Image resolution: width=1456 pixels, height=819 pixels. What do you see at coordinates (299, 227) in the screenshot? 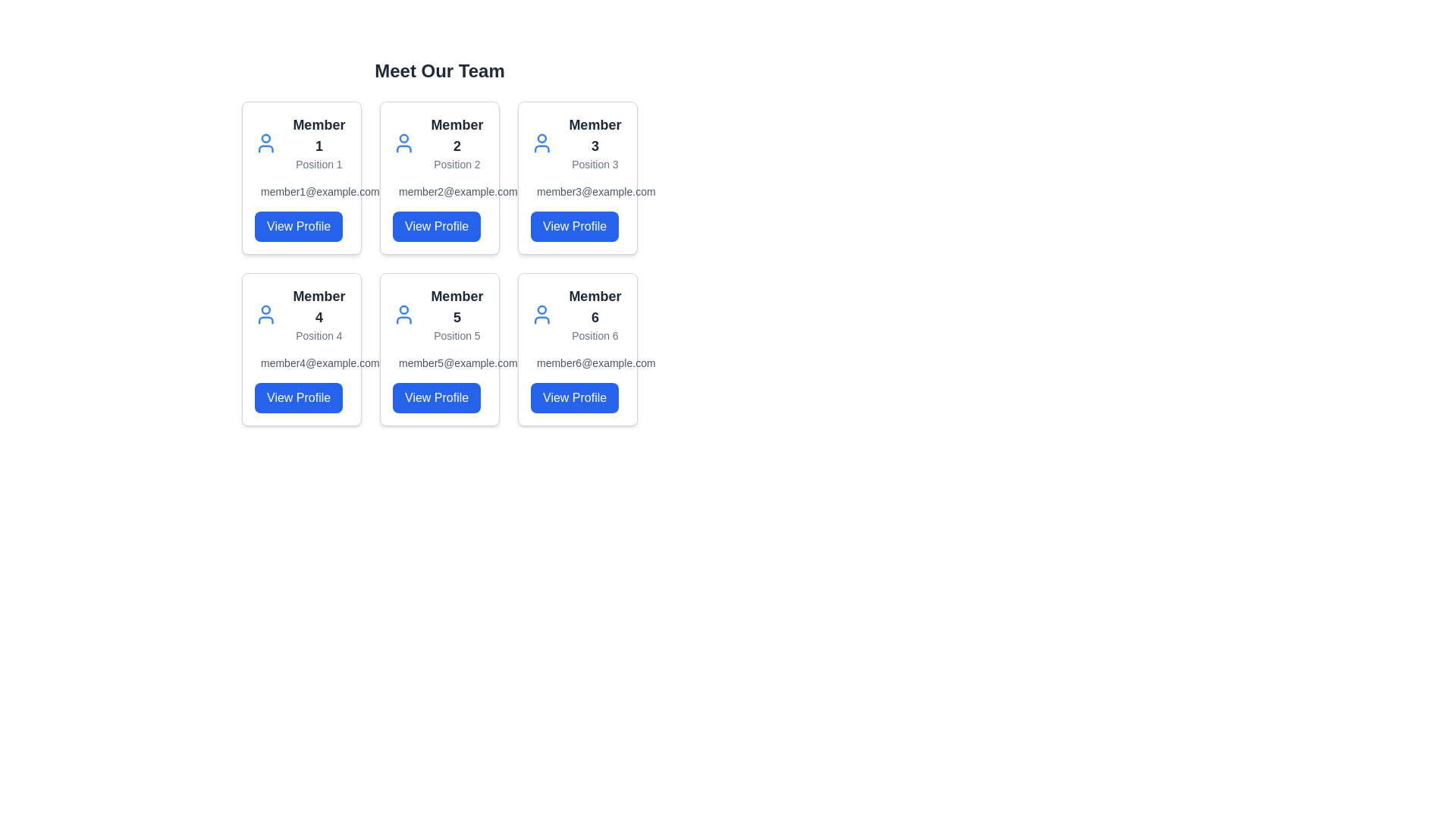
I see `the 'View Profile' button located at the bottom of 'Member 1's card to change its appearance` at bounding box center [299, 227].